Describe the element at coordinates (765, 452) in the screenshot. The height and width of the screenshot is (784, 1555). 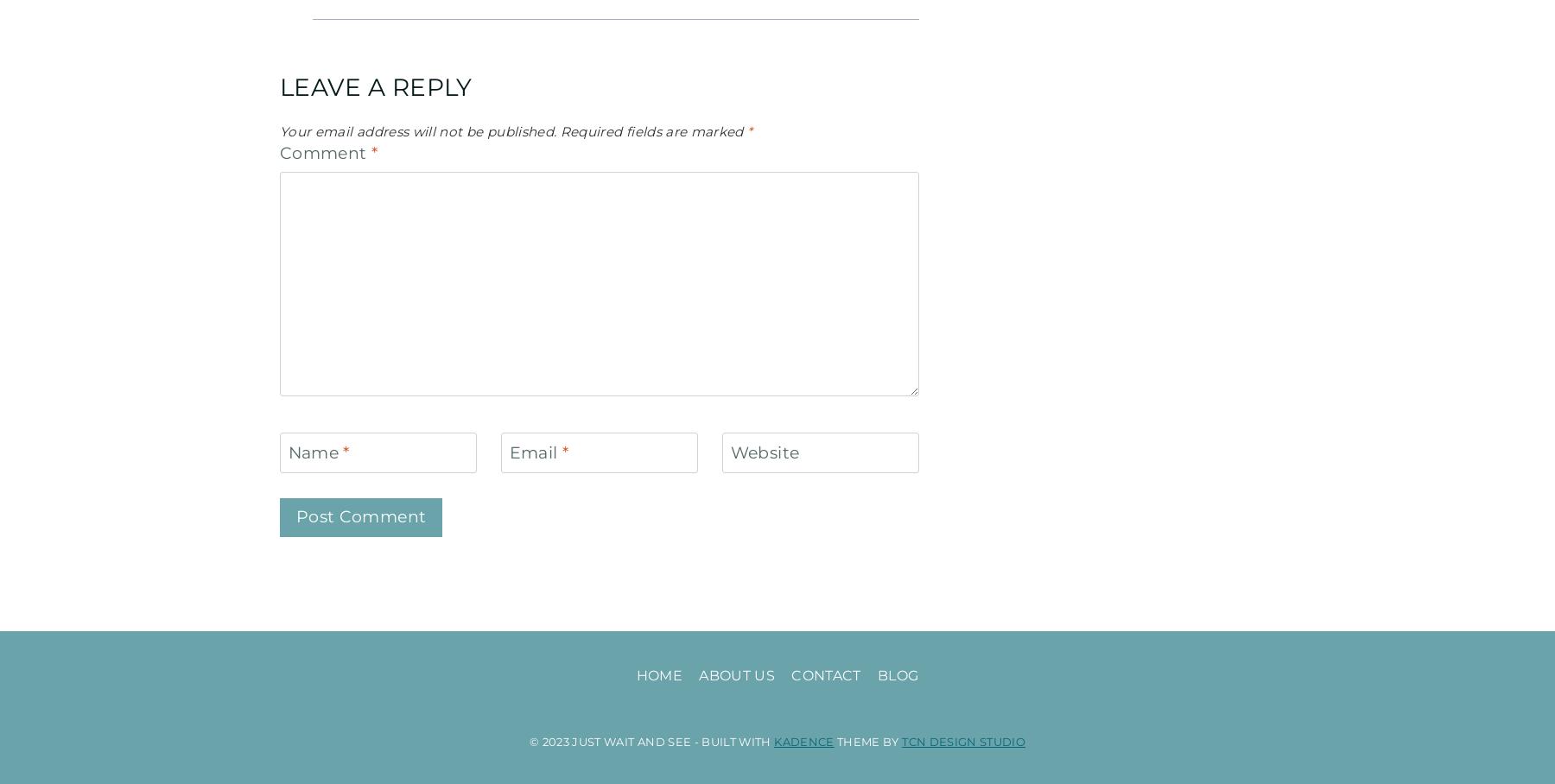
I see `'Website'` at that location.